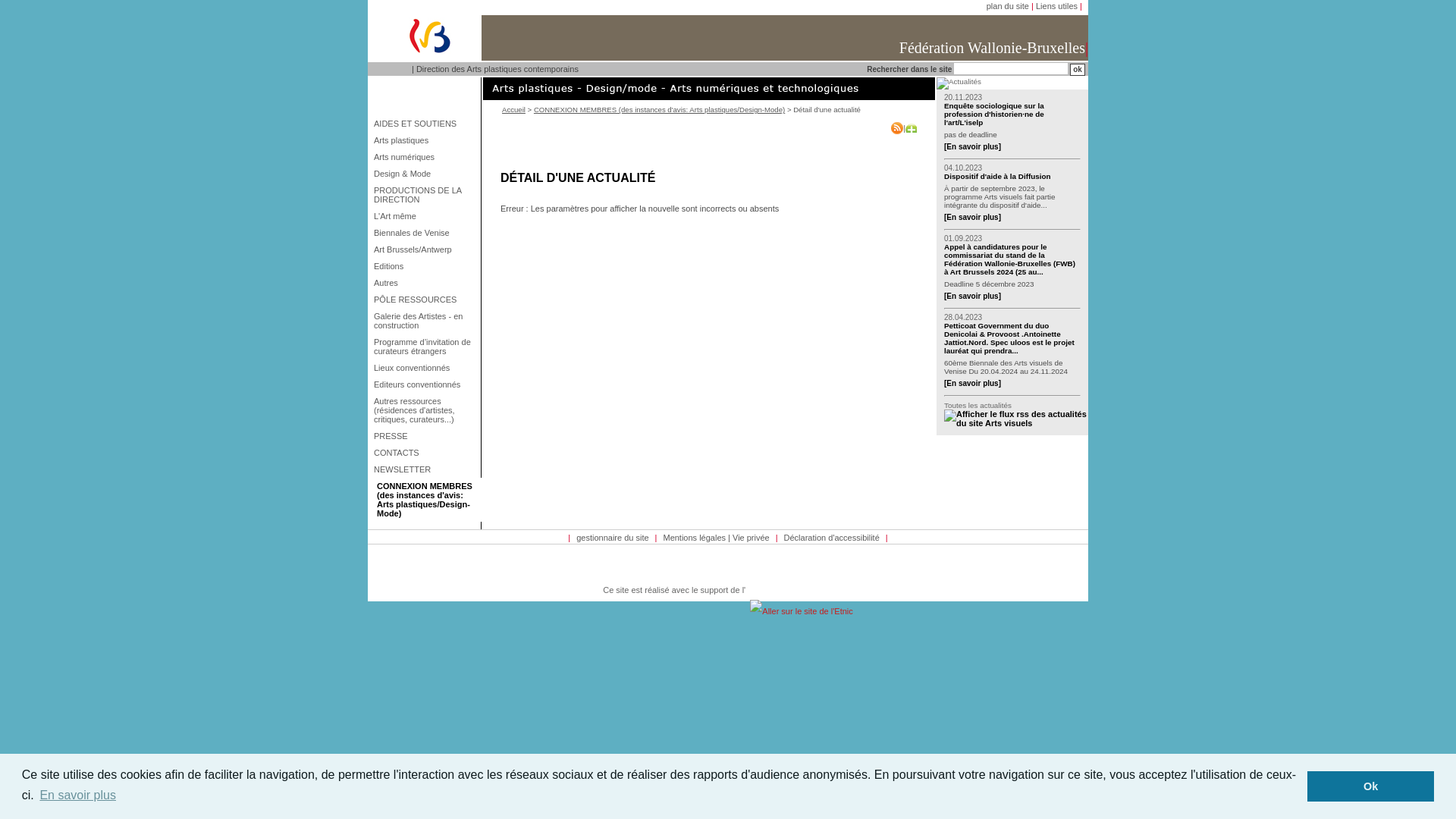 This screenshot has height=819, width=1456. What do you see at coordinates (425, 283) in the screenshot?
I see `'Autres'` at bounding box center [425, 283].